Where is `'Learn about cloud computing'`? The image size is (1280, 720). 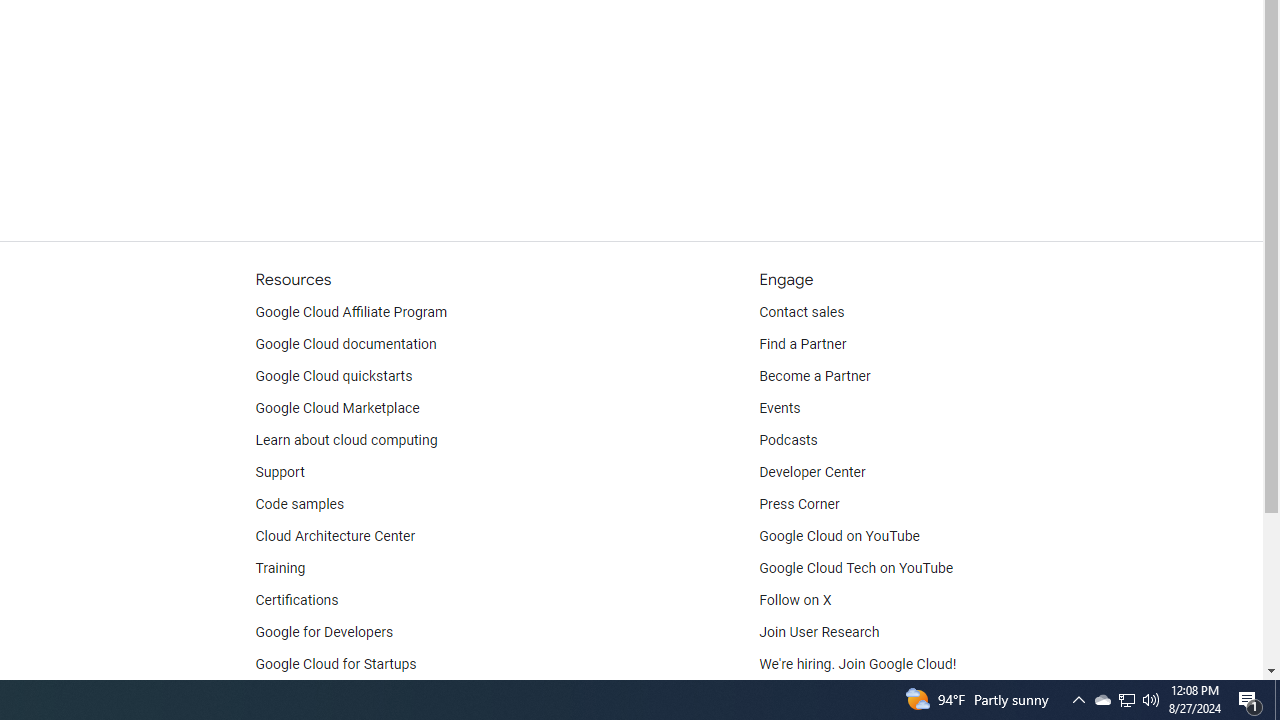
'Learn about cloud computing' is located at coordinates (346, 440).